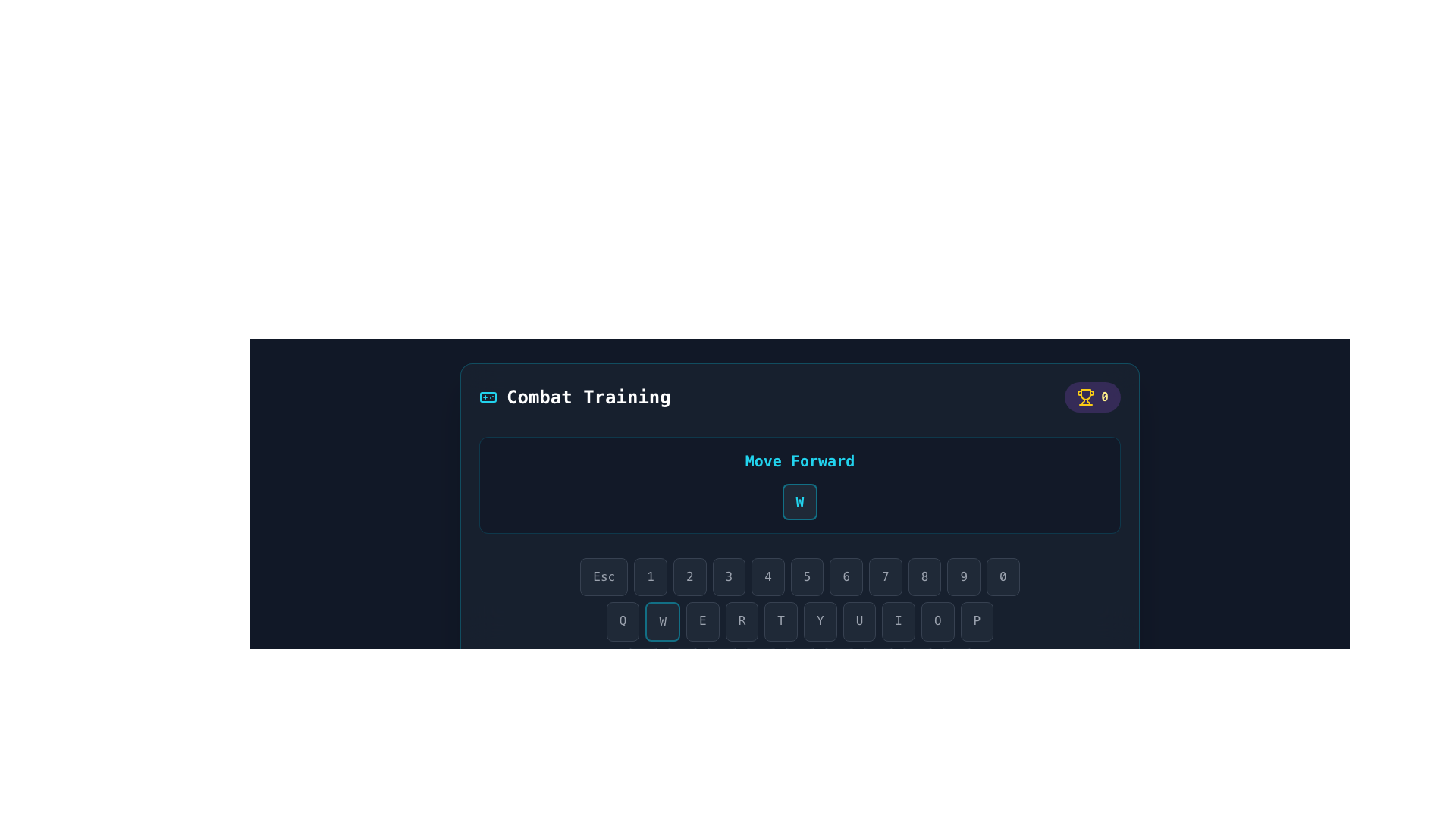 Image resolution: width=1456 pixels, height=819 pixels. Describe the element at coordinates (924, 576) in the screenshot. I see `the '8' key on the keyboard layout` at that location.